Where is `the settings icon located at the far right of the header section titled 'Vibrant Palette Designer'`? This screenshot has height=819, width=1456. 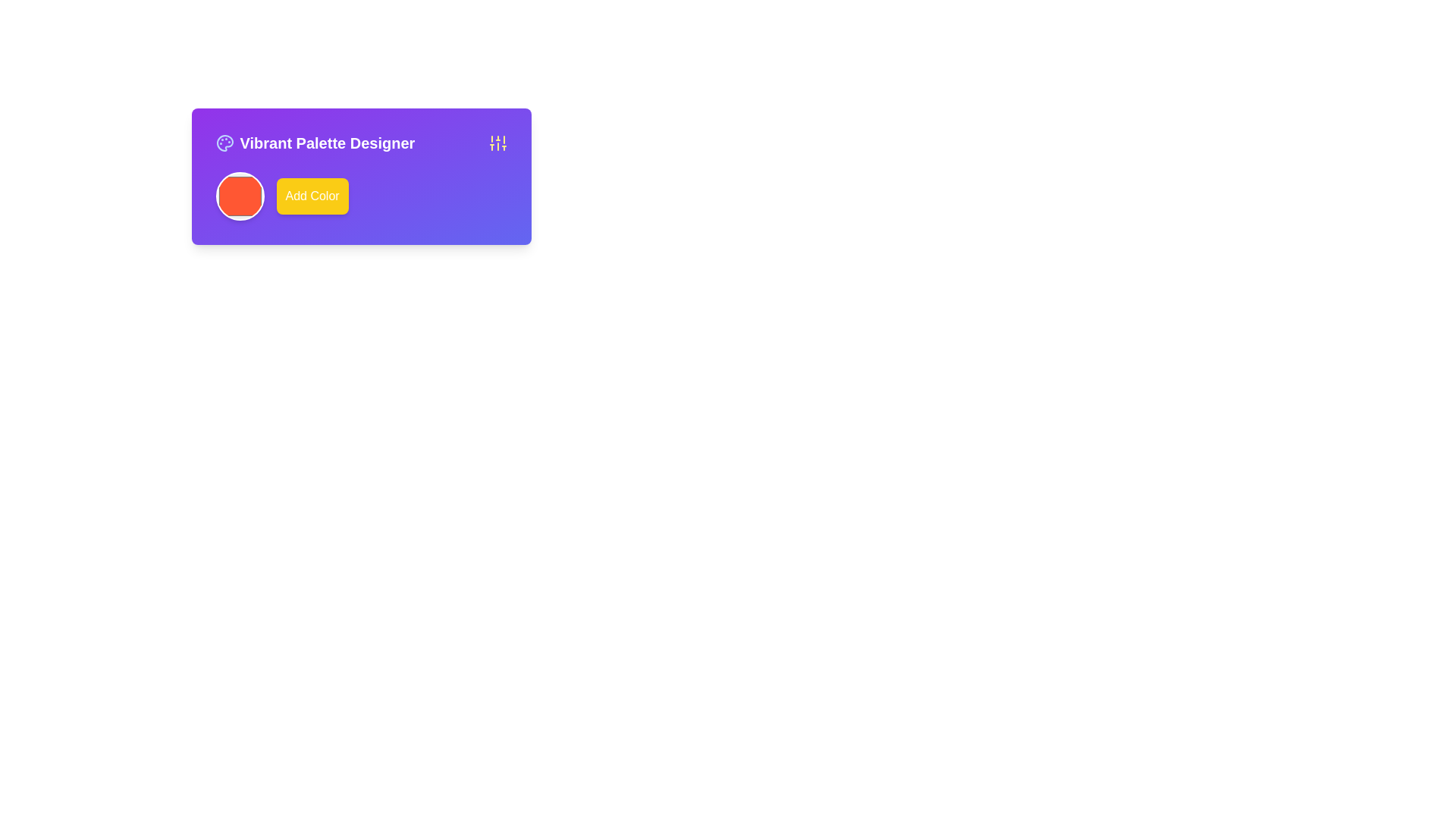
the settings icon located at the far right of the header section titled 'Vibrant Palette Designer' is located at coordinates (497, 143).